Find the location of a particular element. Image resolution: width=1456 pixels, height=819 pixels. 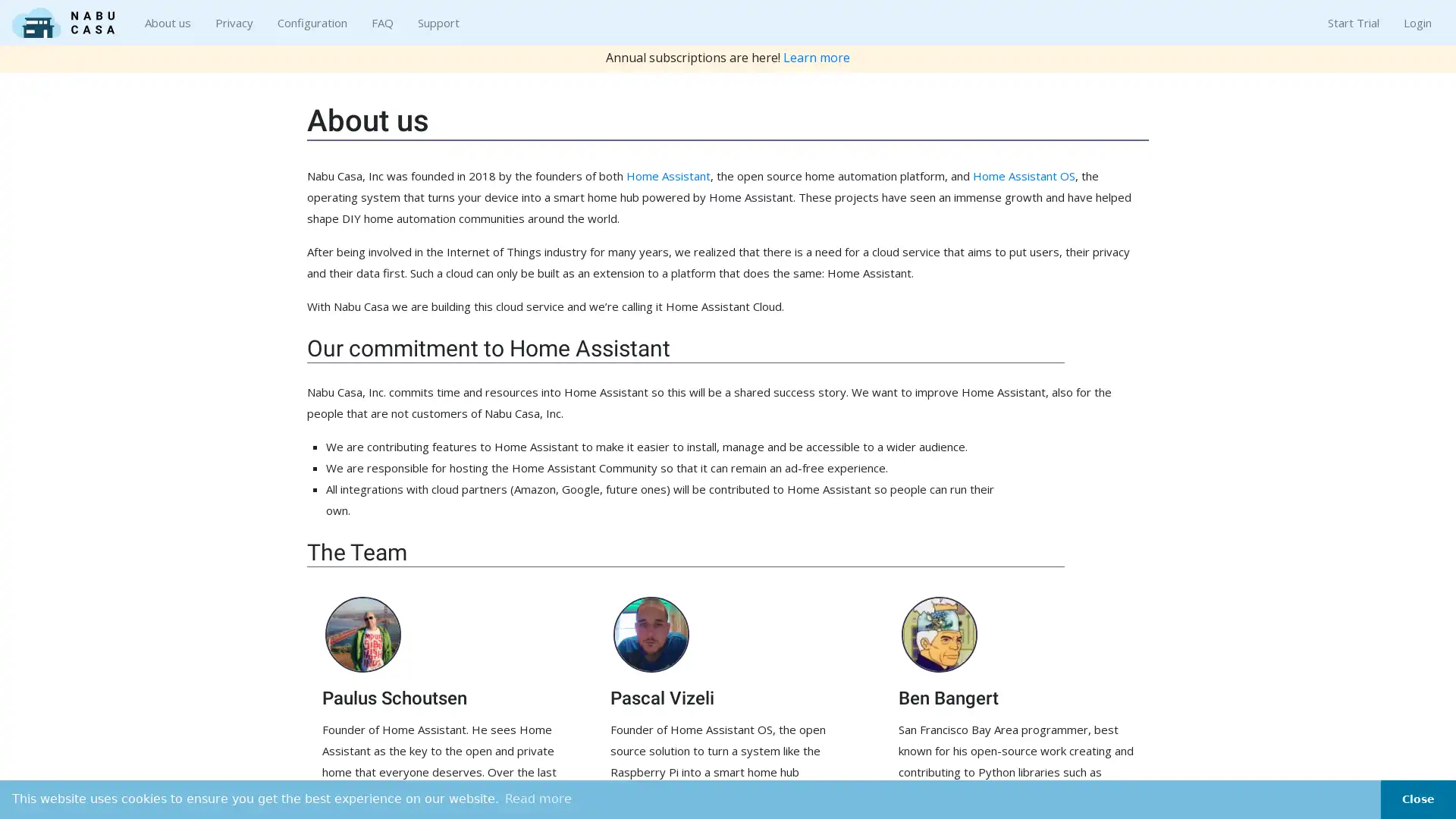

learn more about cookies is located at coordinates (538, 798).